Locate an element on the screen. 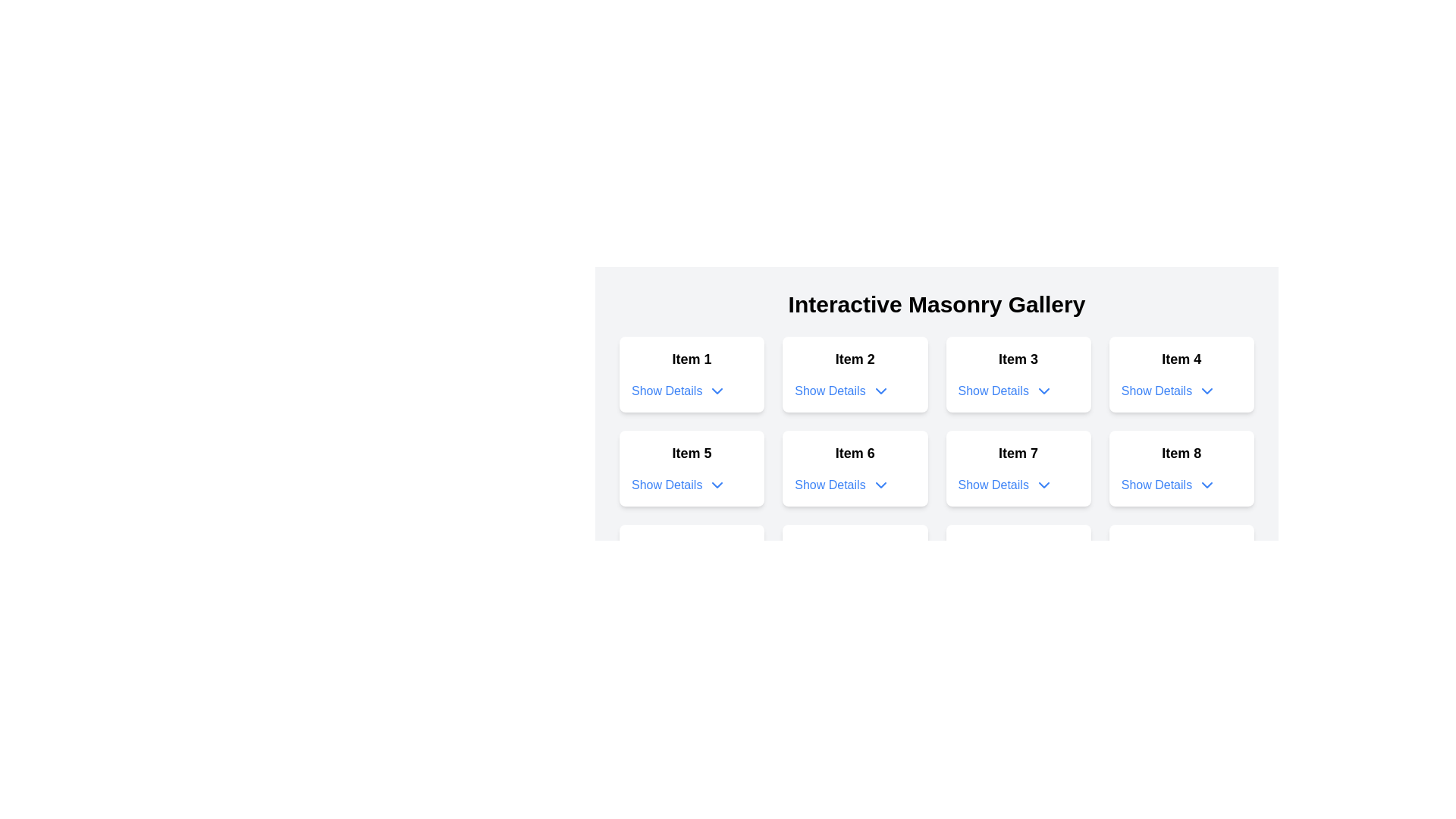  the text label that identifies the fourth item in a grid of selectable options, located at the top-right corner of its row is located at coordinates (1181, 359).